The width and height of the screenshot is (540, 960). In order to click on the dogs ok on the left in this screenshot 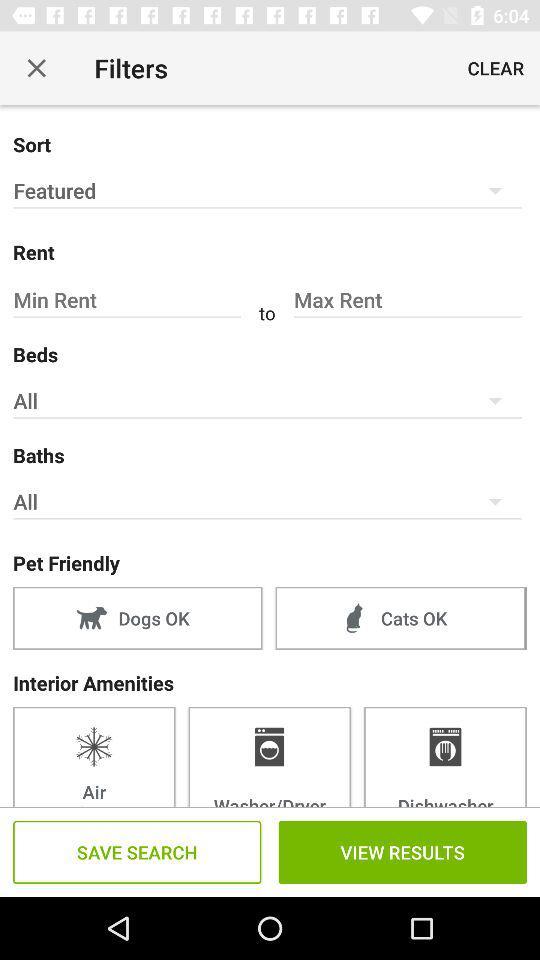, I will do `click(136, 617)`.